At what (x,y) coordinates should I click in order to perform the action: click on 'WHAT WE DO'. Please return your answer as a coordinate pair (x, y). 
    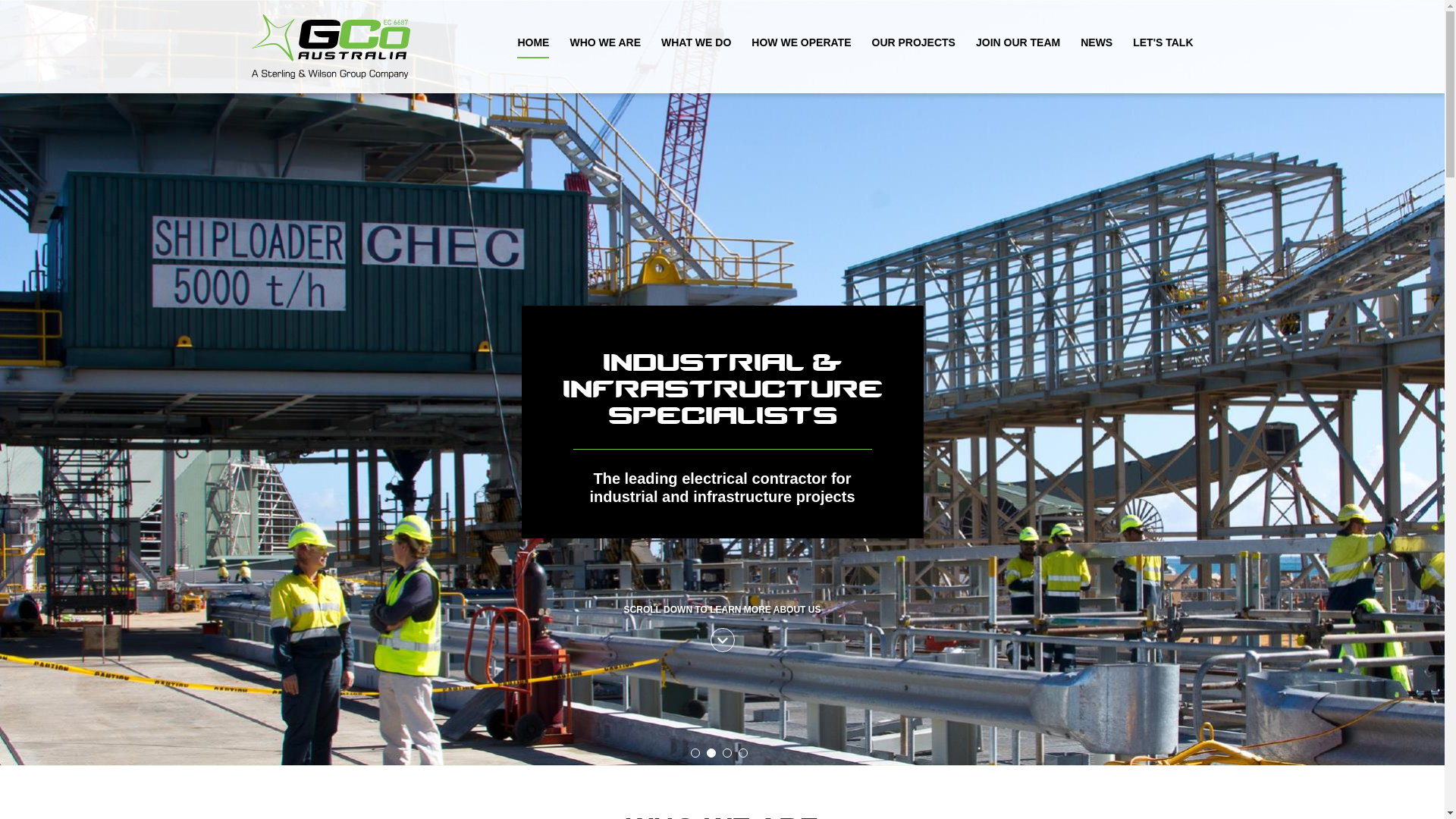
    Looking at the image, I should click on (695, 42).